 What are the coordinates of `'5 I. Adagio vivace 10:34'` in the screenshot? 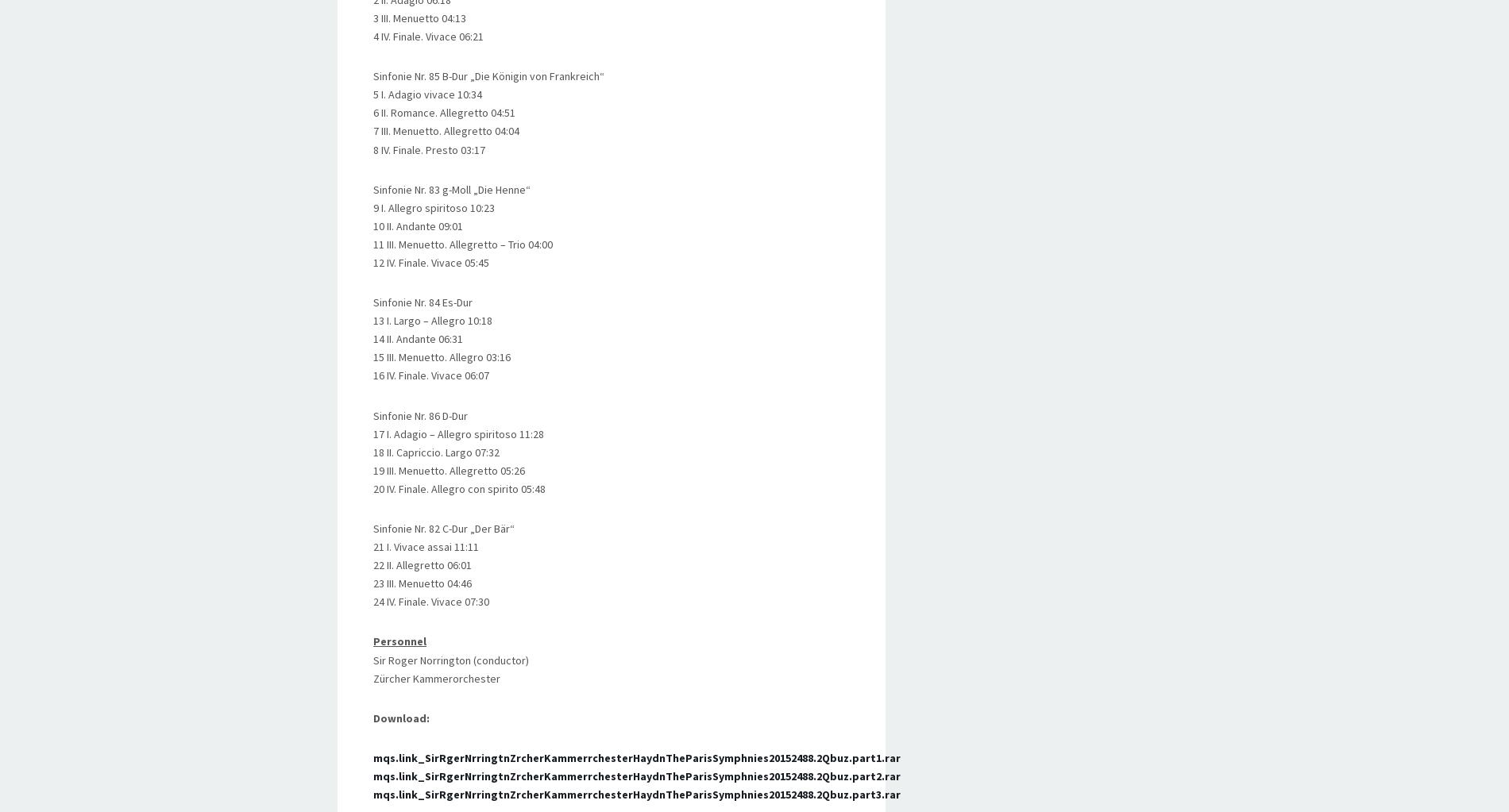 It's located at (427, 94).